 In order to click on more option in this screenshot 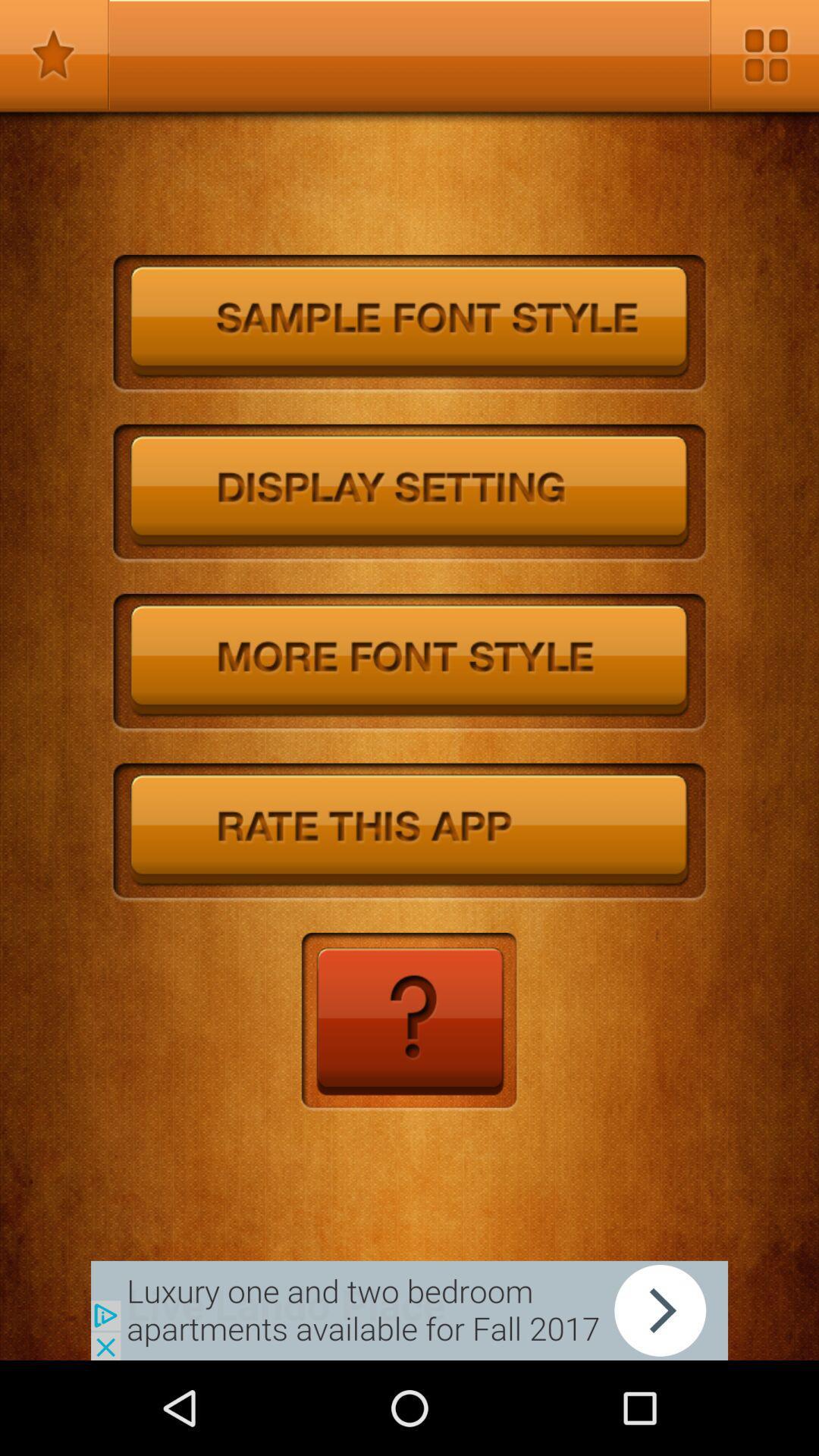, I will do `click(764, 55)`.